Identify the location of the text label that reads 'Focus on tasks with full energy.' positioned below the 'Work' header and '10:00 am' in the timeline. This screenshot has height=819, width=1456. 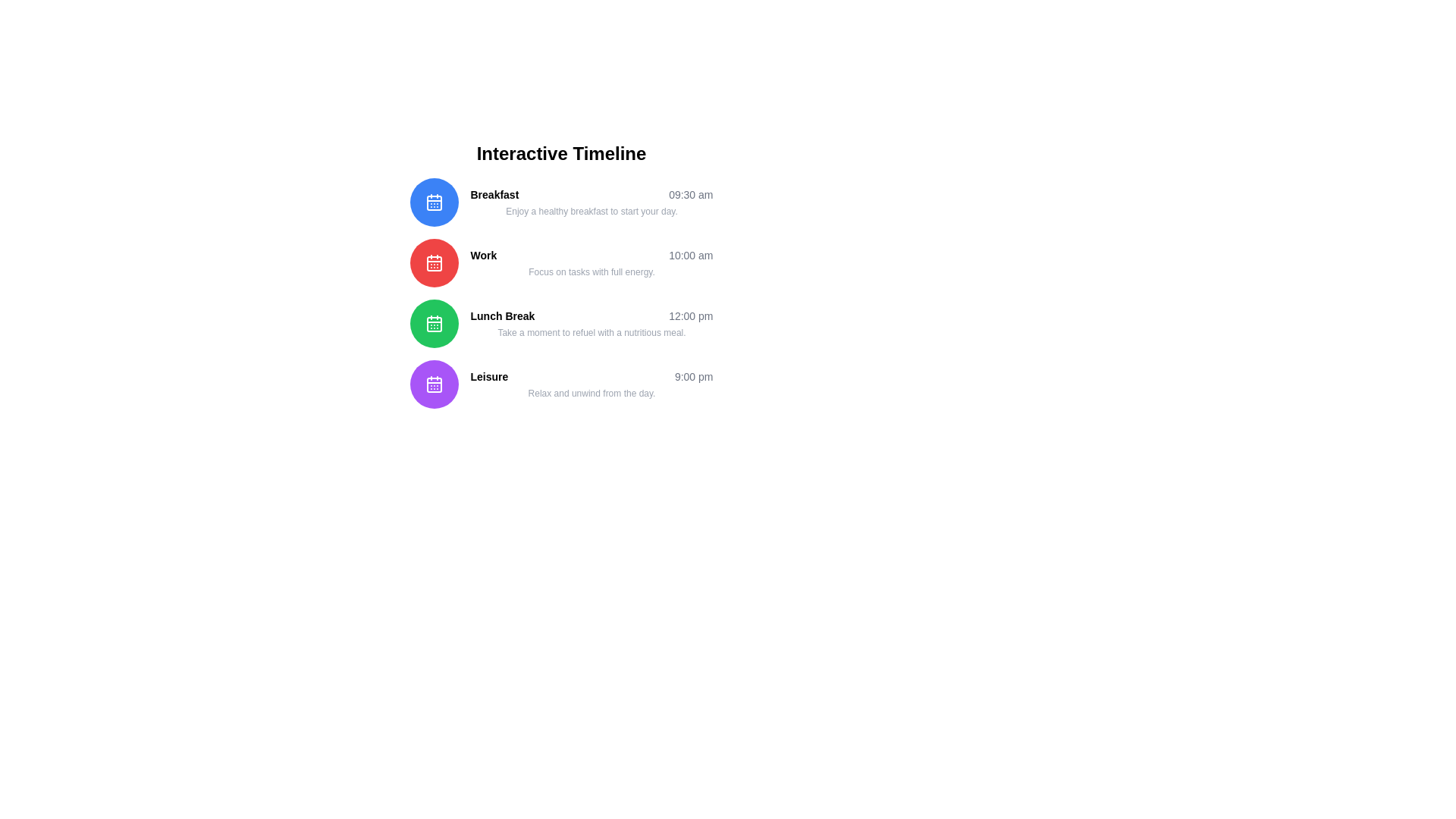
(591, 271).